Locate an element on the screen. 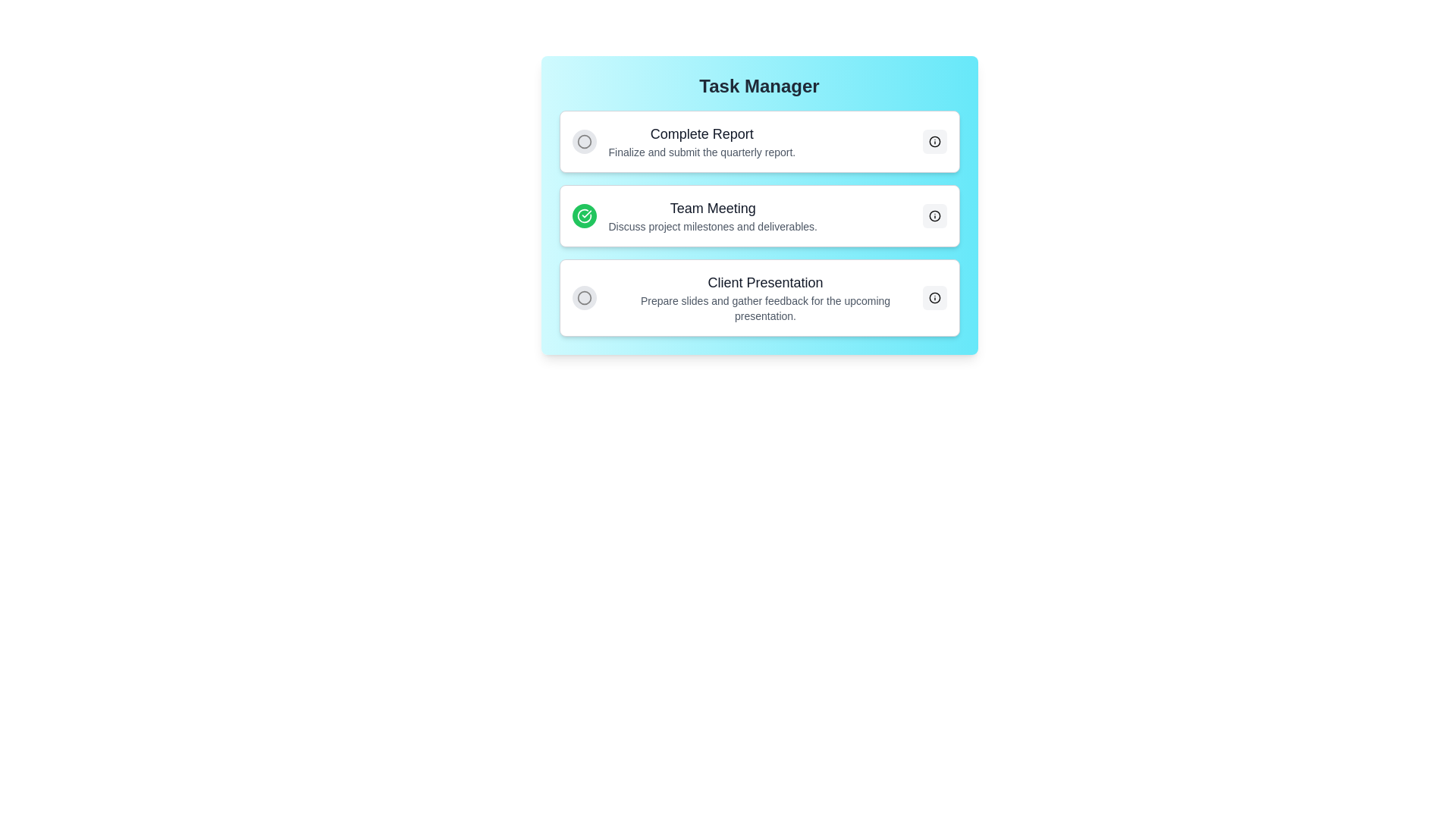 The image size is (1456, 819). the third list item titled 'Client Presentation' is located at coordinates (765, 298).